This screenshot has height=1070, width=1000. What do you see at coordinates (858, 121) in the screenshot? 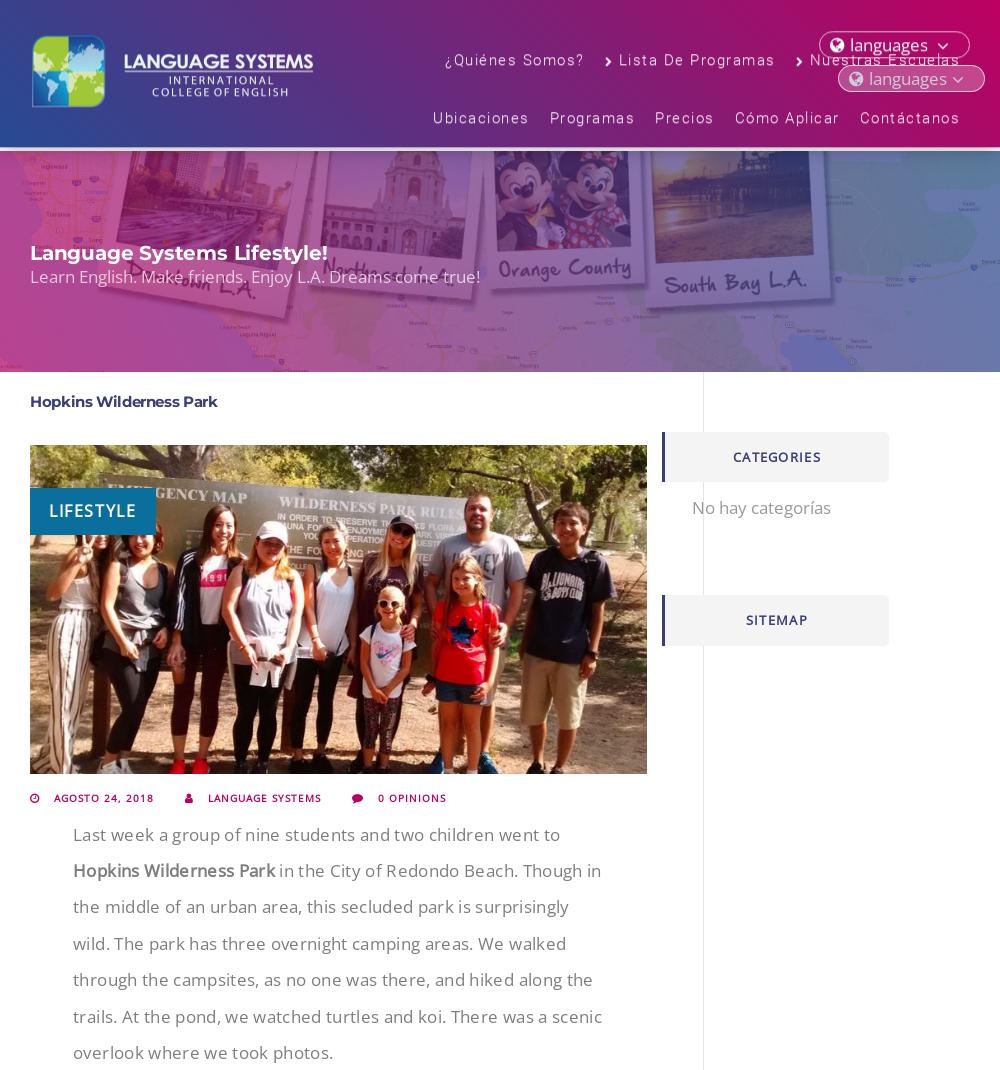
I see `'Contáctanos'` at bounding box center [858, 121].